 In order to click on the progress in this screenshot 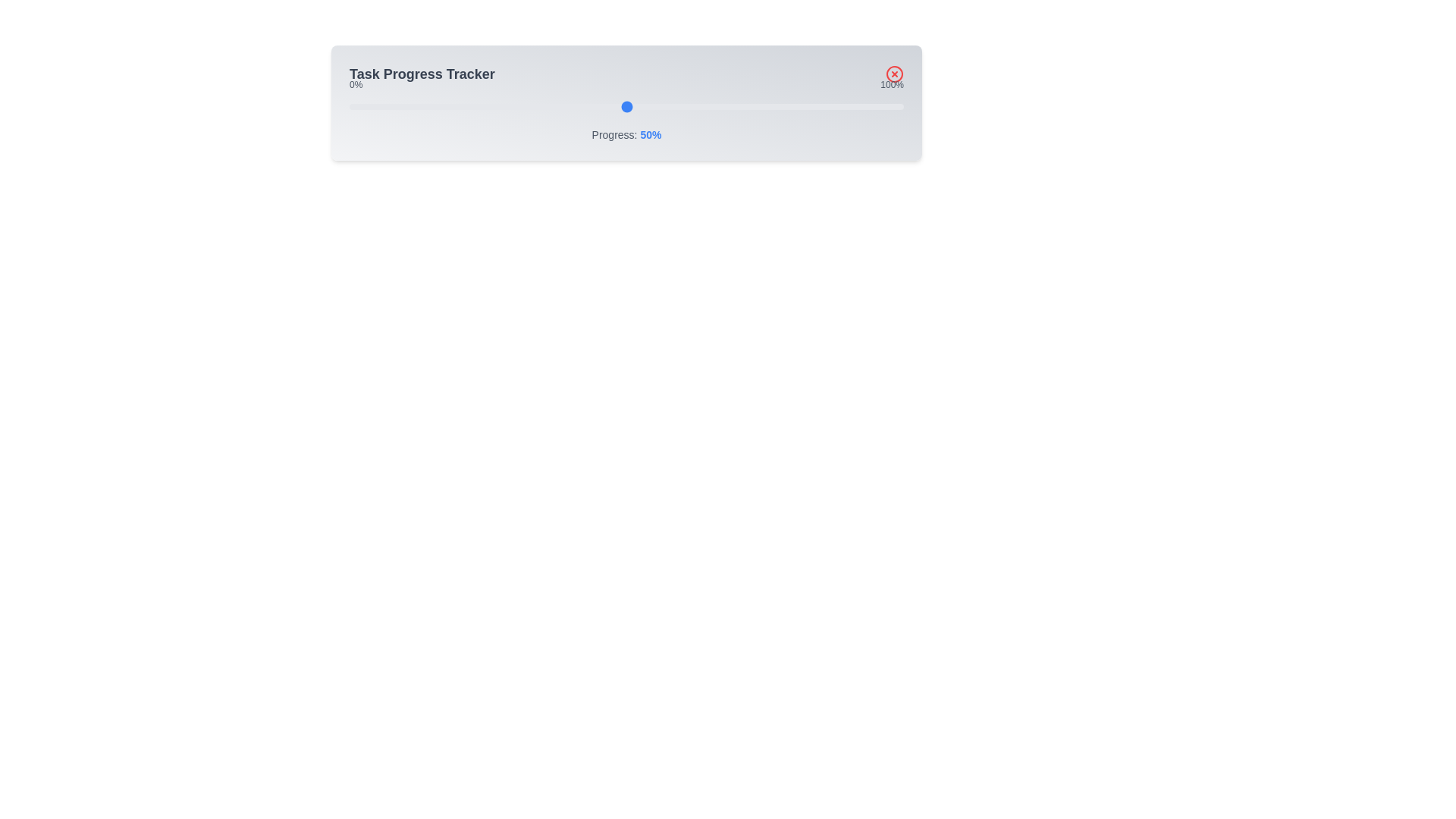, I will do `click(348, 106)`.